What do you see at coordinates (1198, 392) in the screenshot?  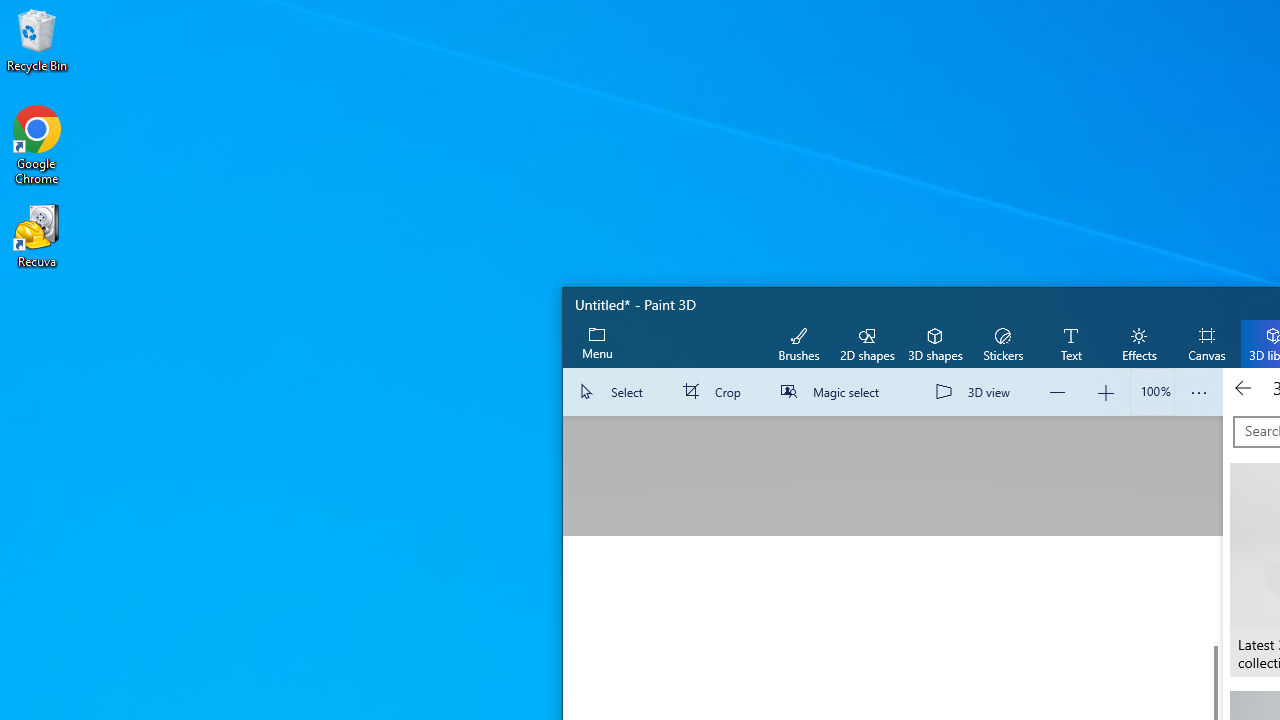 I see `'View more options'` at bounding box center [1198, 392].